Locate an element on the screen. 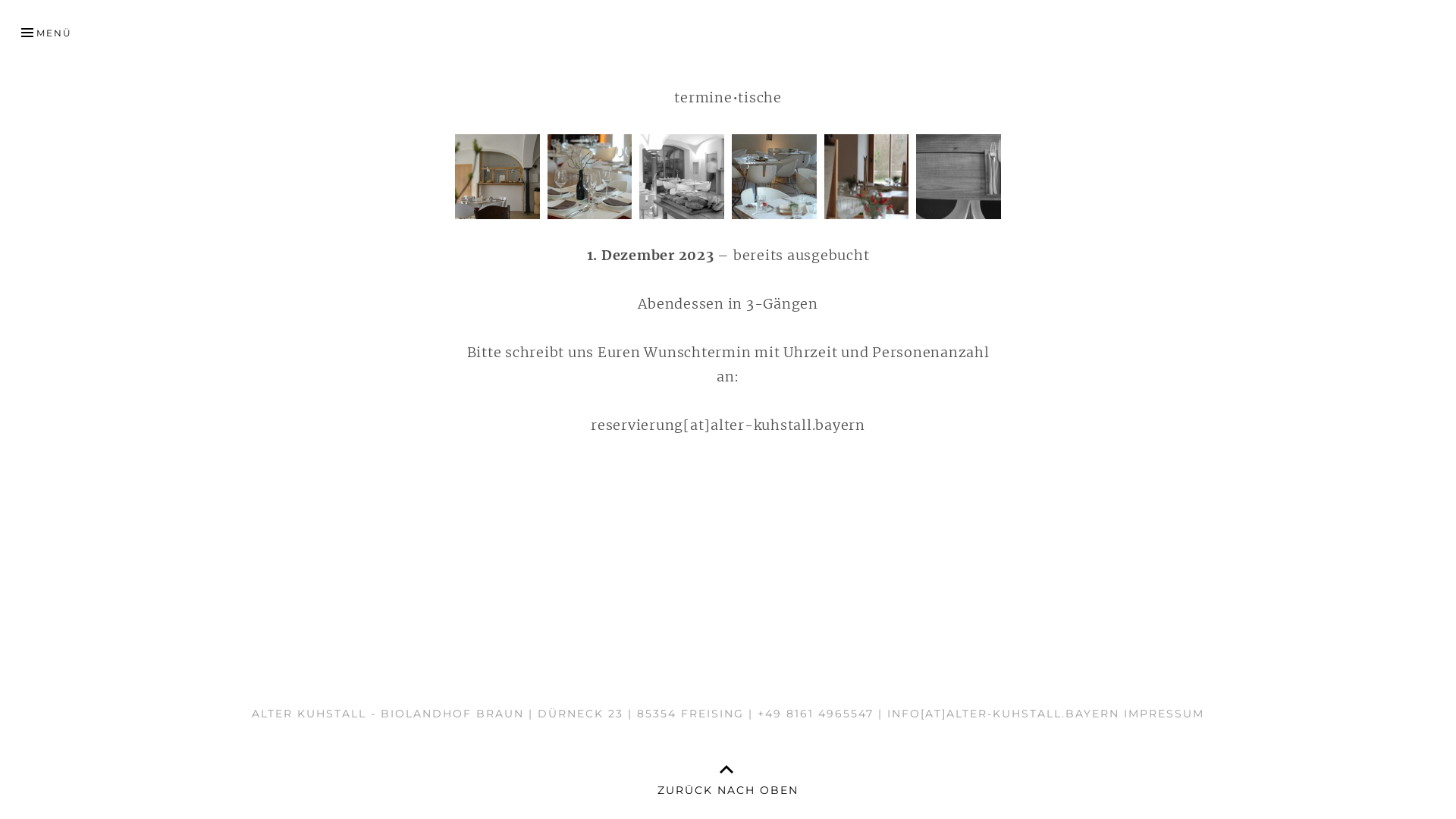 The width and height of the screenshot is (1456, 819). 'Raum 4' is located at coordinates (709, 175).